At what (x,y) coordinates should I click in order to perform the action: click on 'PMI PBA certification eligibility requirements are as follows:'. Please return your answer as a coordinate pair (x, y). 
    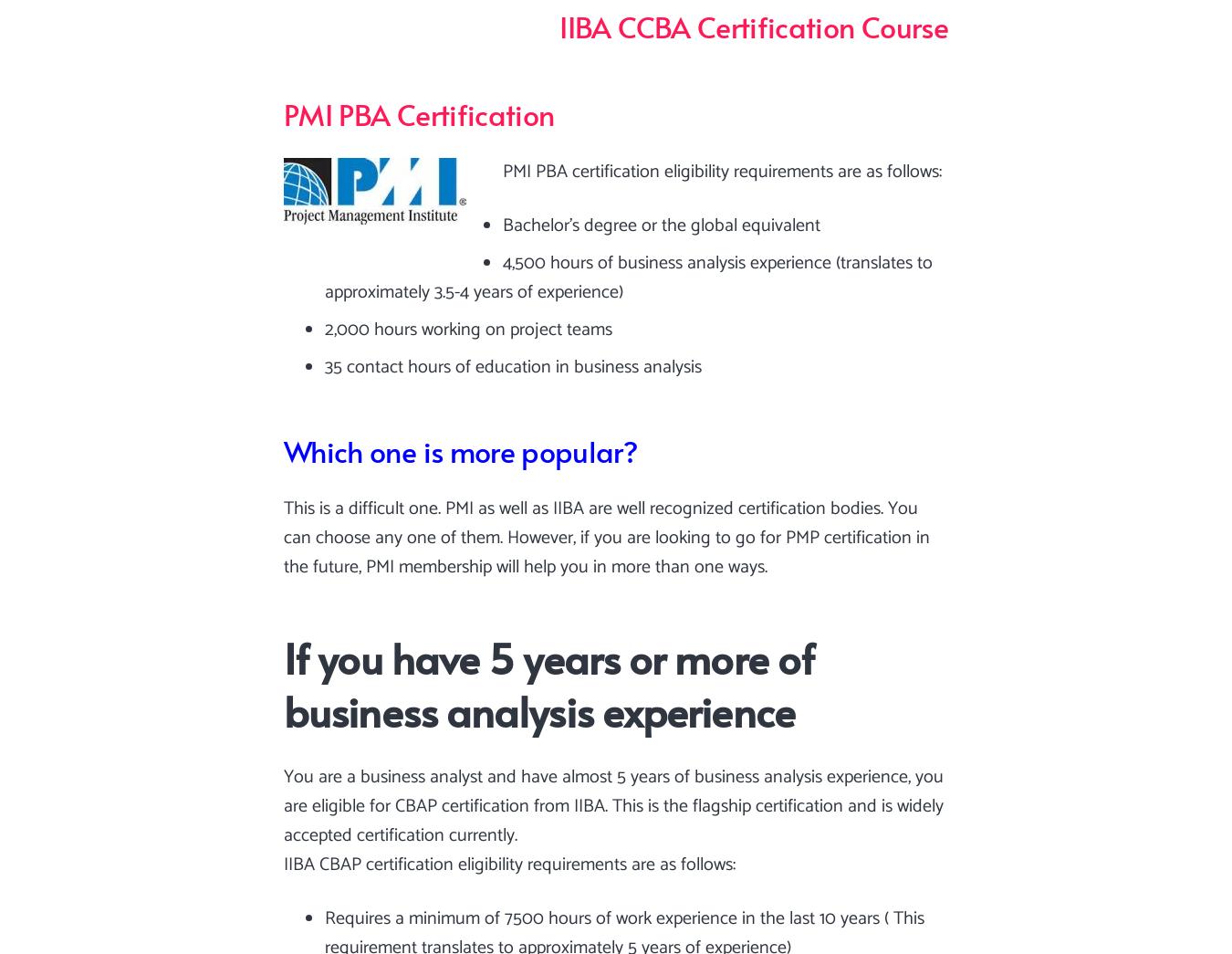
    Looking at the image, I should click on (722, 171).